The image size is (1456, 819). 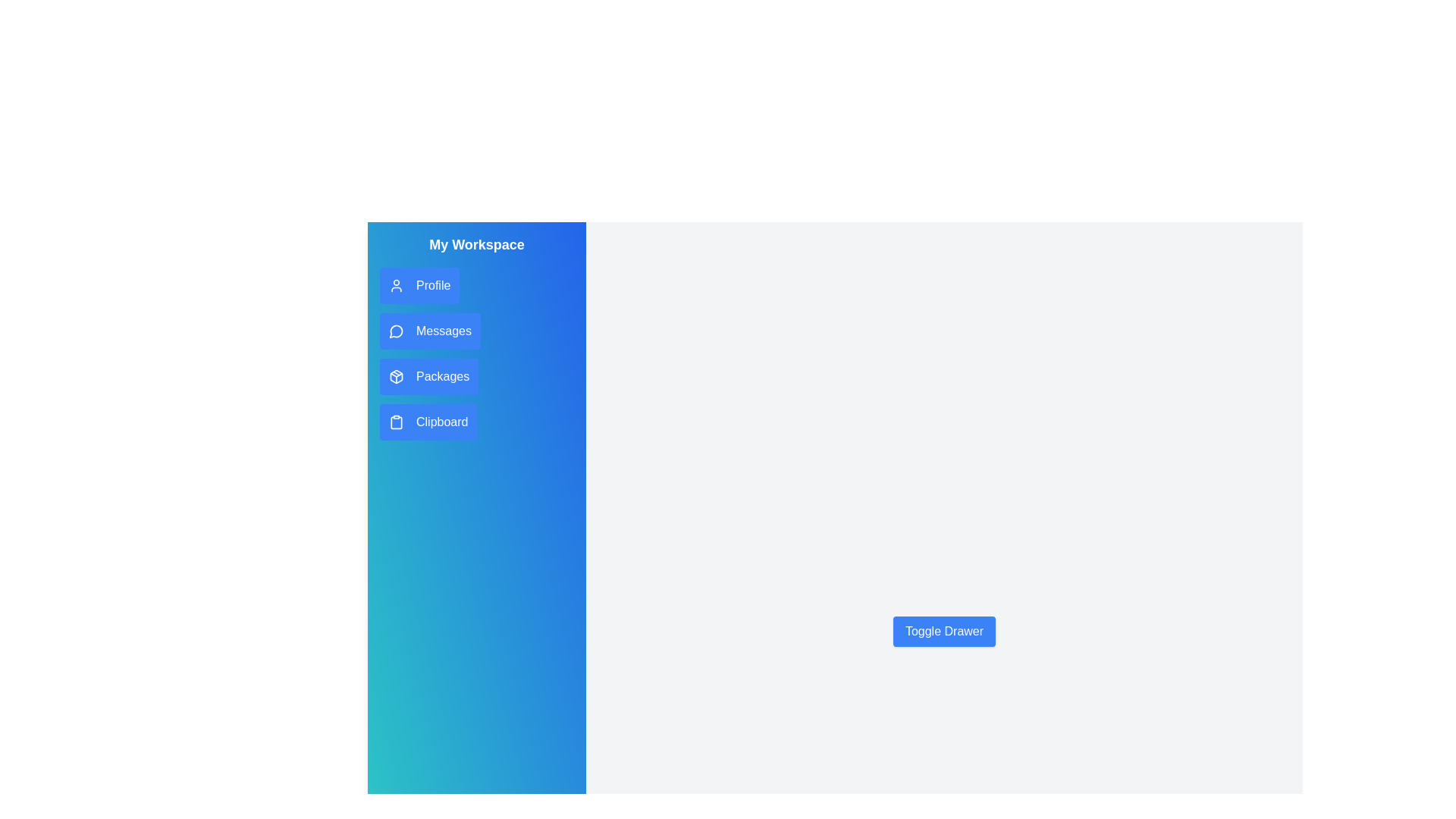 What do you see at coordinates (419, 286) in the screenshot?
I see `the 'Profile' button in the drawer` at bounding box center [419, 286].